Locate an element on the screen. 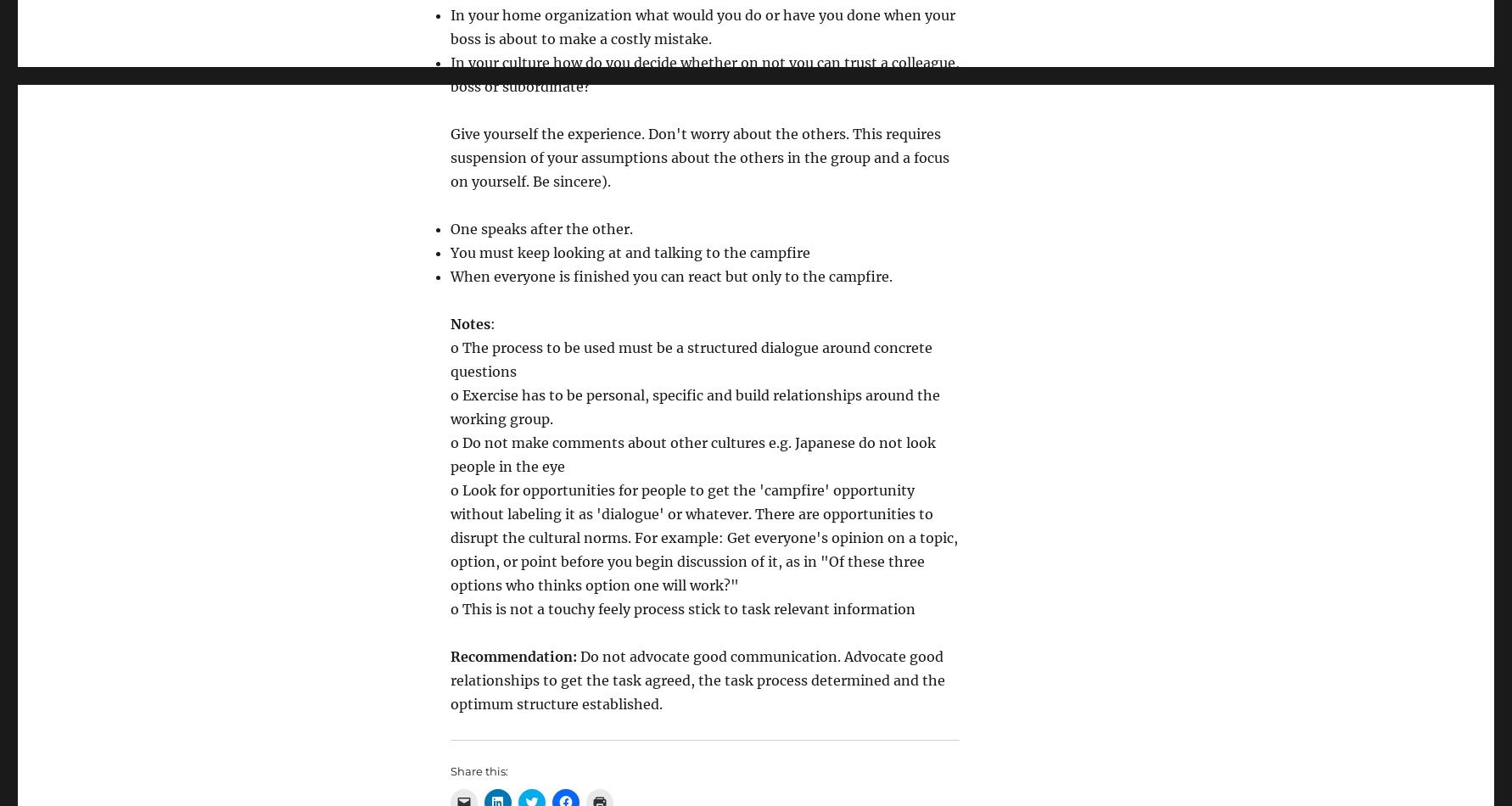 The image size is (1512, 806). 'o    Look for opportunities for people to get the 'campfire' opportunity without labeling it as 'dialogue' or whatever. There are opportunities to disrupt the cultural norms. For example: Get everyone's opinion on a topic, option, or point before you begin discussion of it, as in "Of these three options who thinks option one will work?"' is located at coordinates (703, 538).